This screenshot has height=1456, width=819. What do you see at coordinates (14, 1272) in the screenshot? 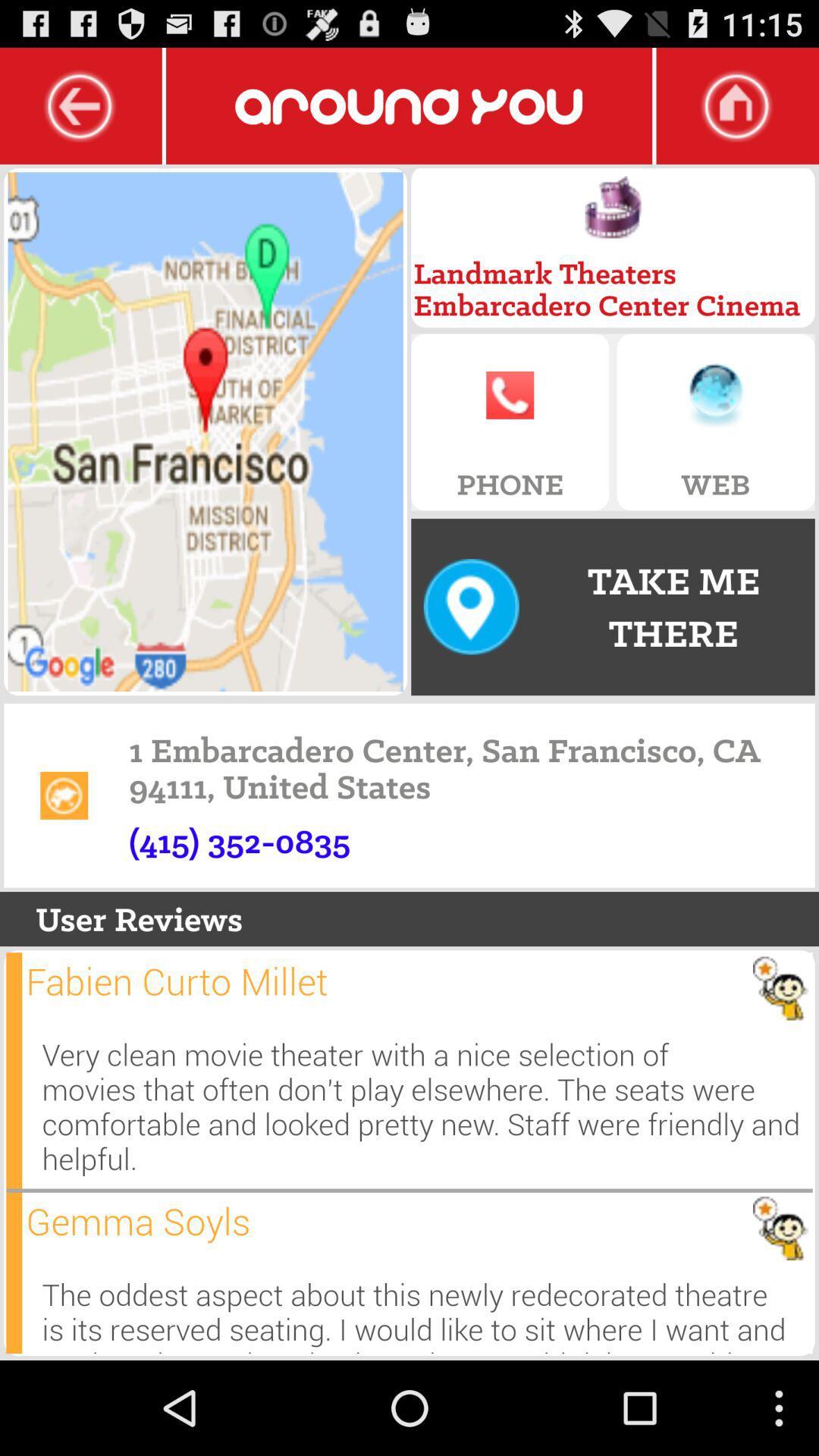
I see `app to the left of gemma soyls item` at bounding box center [14, 1272].